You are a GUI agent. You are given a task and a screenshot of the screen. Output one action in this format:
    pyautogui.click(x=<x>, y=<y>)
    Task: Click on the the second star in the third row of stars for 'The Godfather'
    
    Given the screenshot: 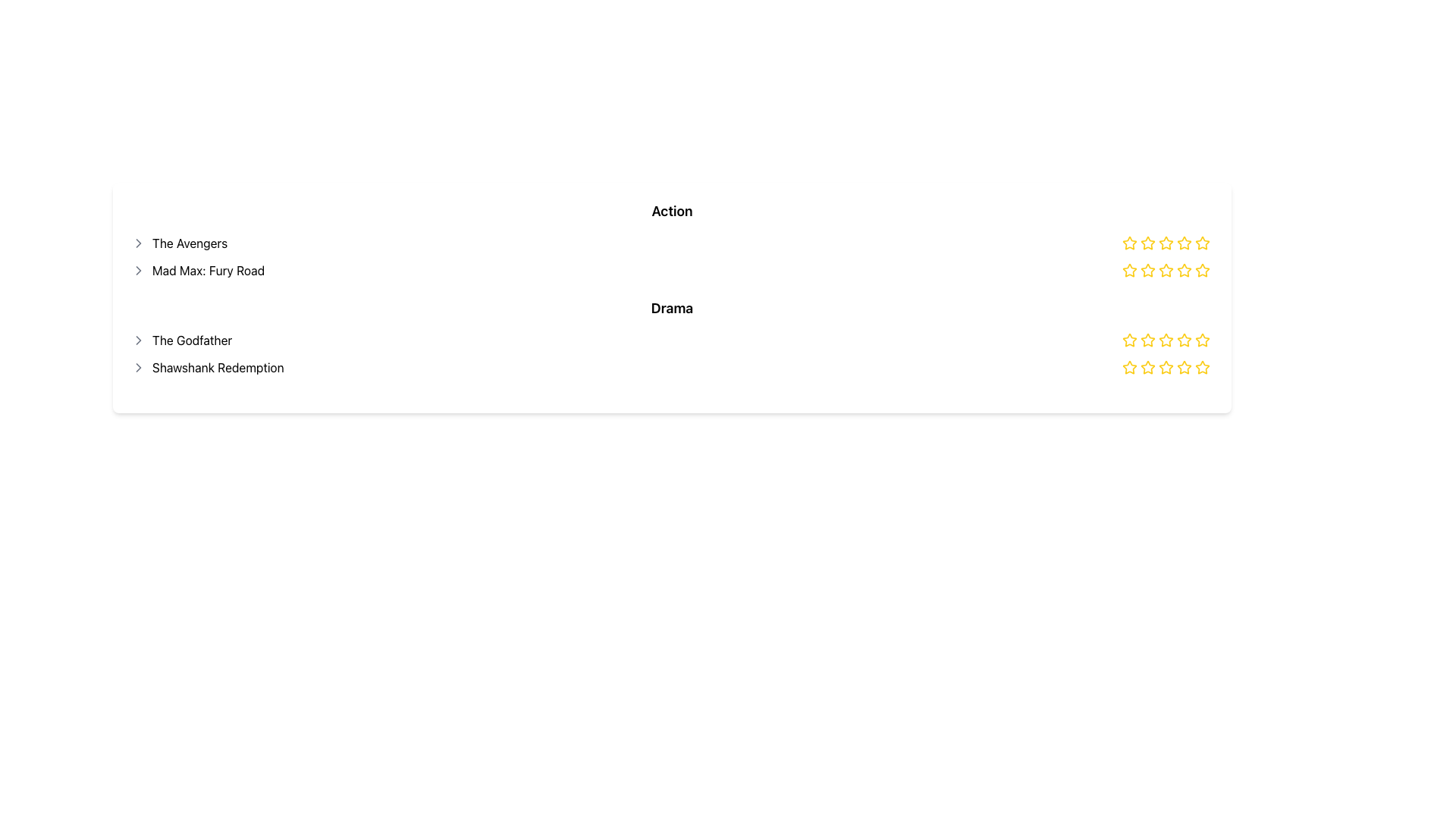 What is the action you would take?
    pyautogui.click(x=1147, y=339)
    